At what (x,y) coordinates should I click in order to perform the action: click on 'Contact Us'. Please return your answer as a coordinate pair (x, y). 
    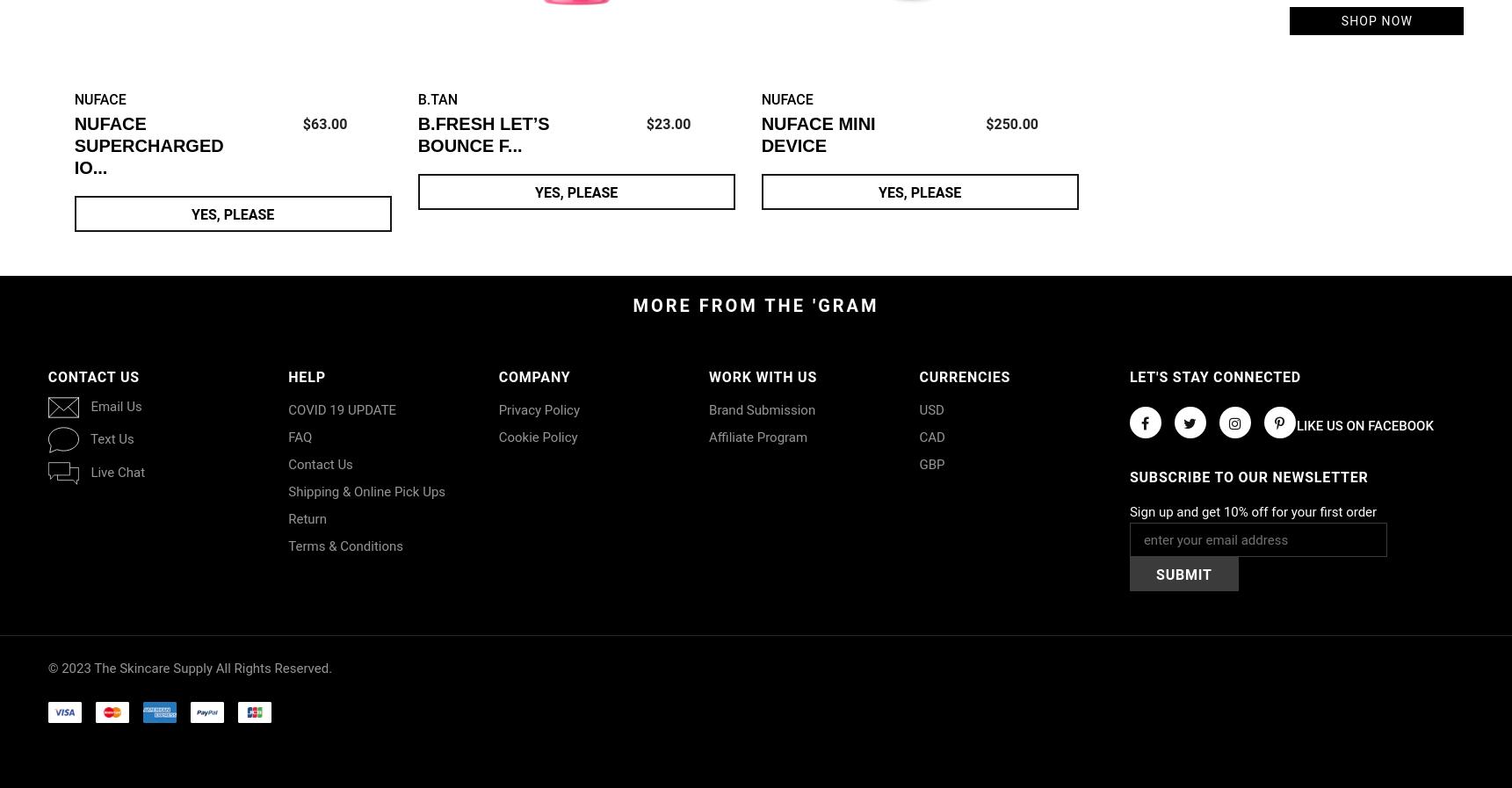
    Looking at the image, I should click on (320, 464).